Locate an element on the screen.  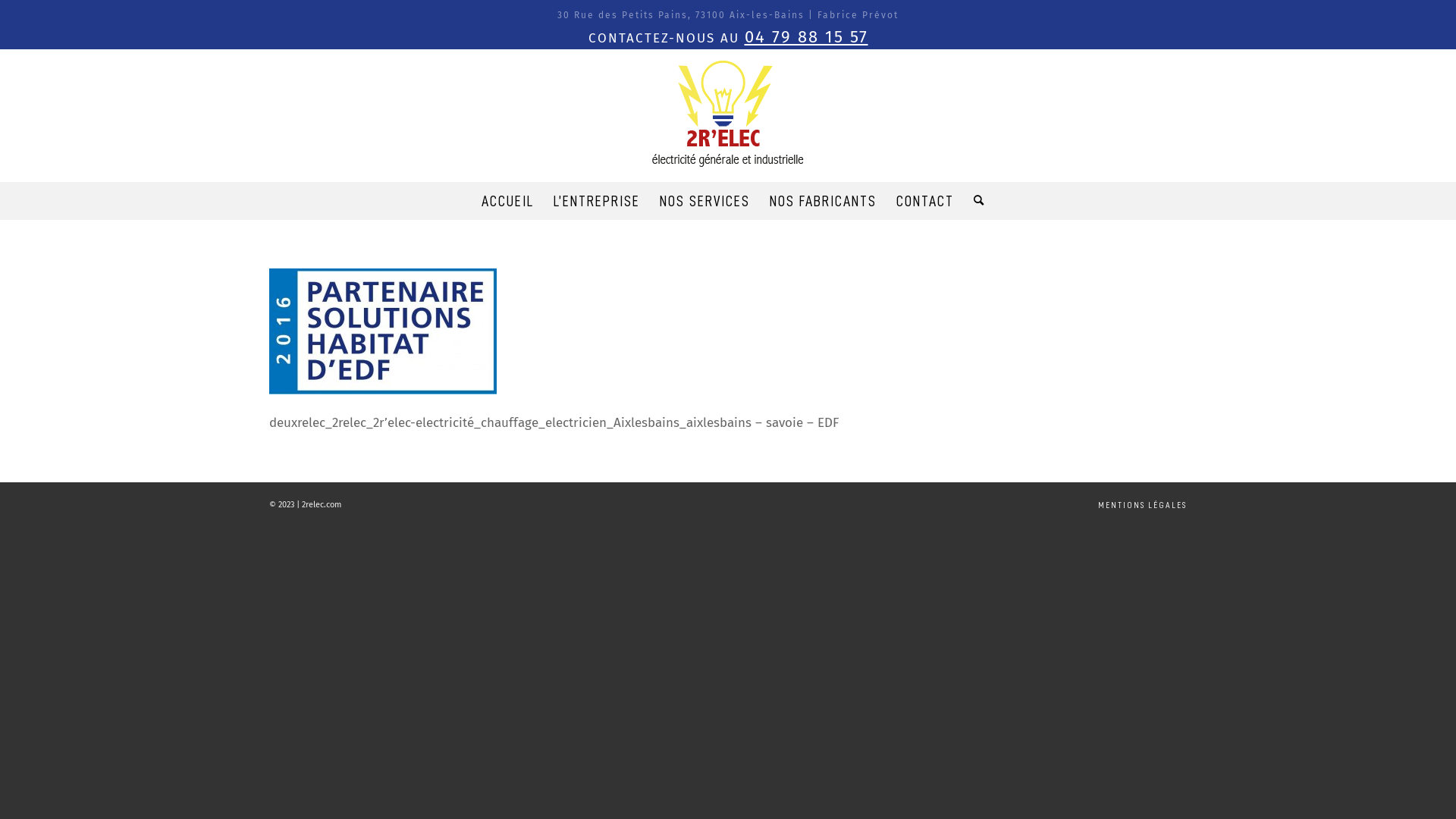
'04 79 88 15 57' is located at coordinates (745, 36).